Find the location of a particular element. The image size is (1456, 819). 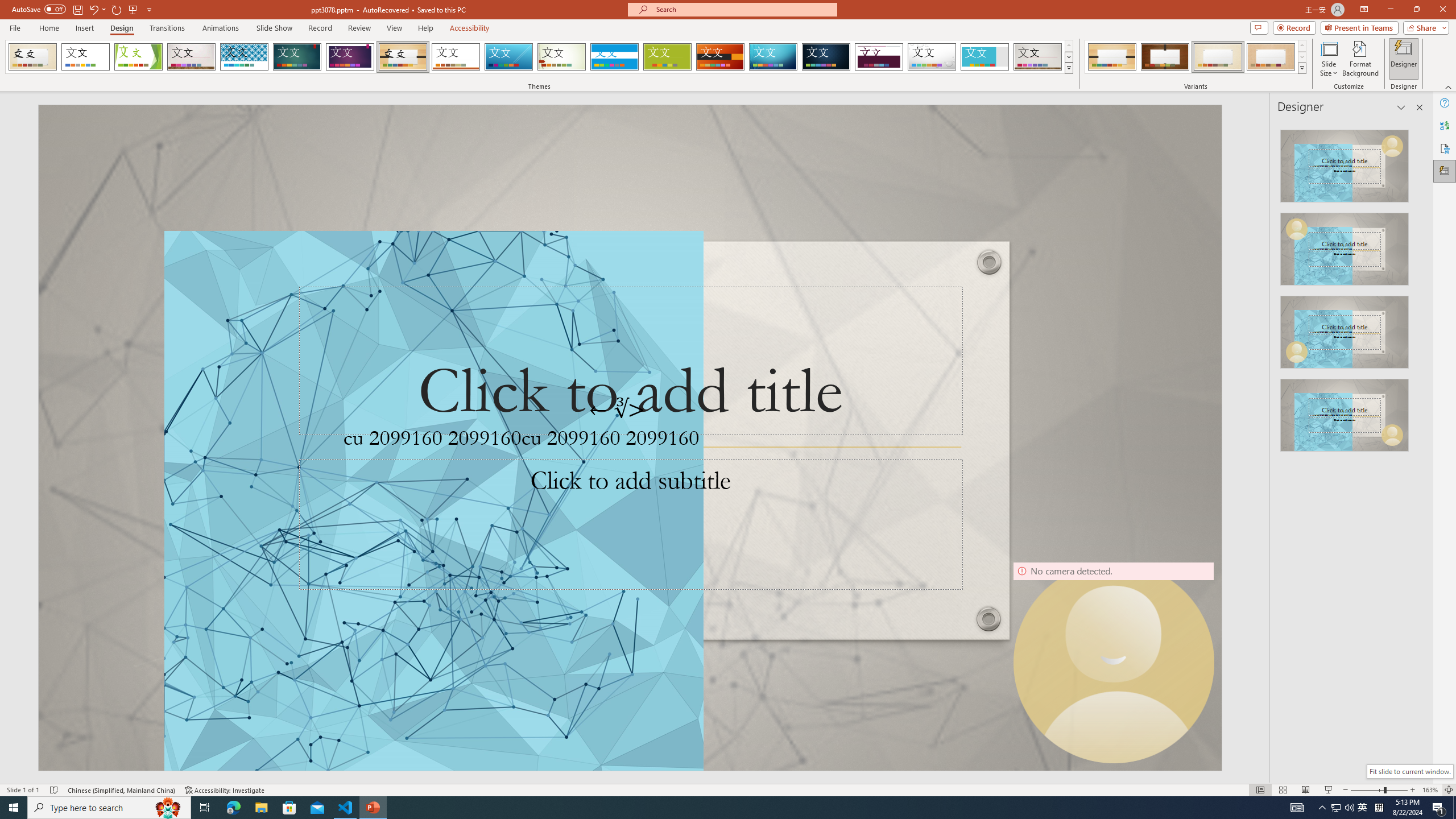

'Title TextBox' is located at coordinates (630, 360).